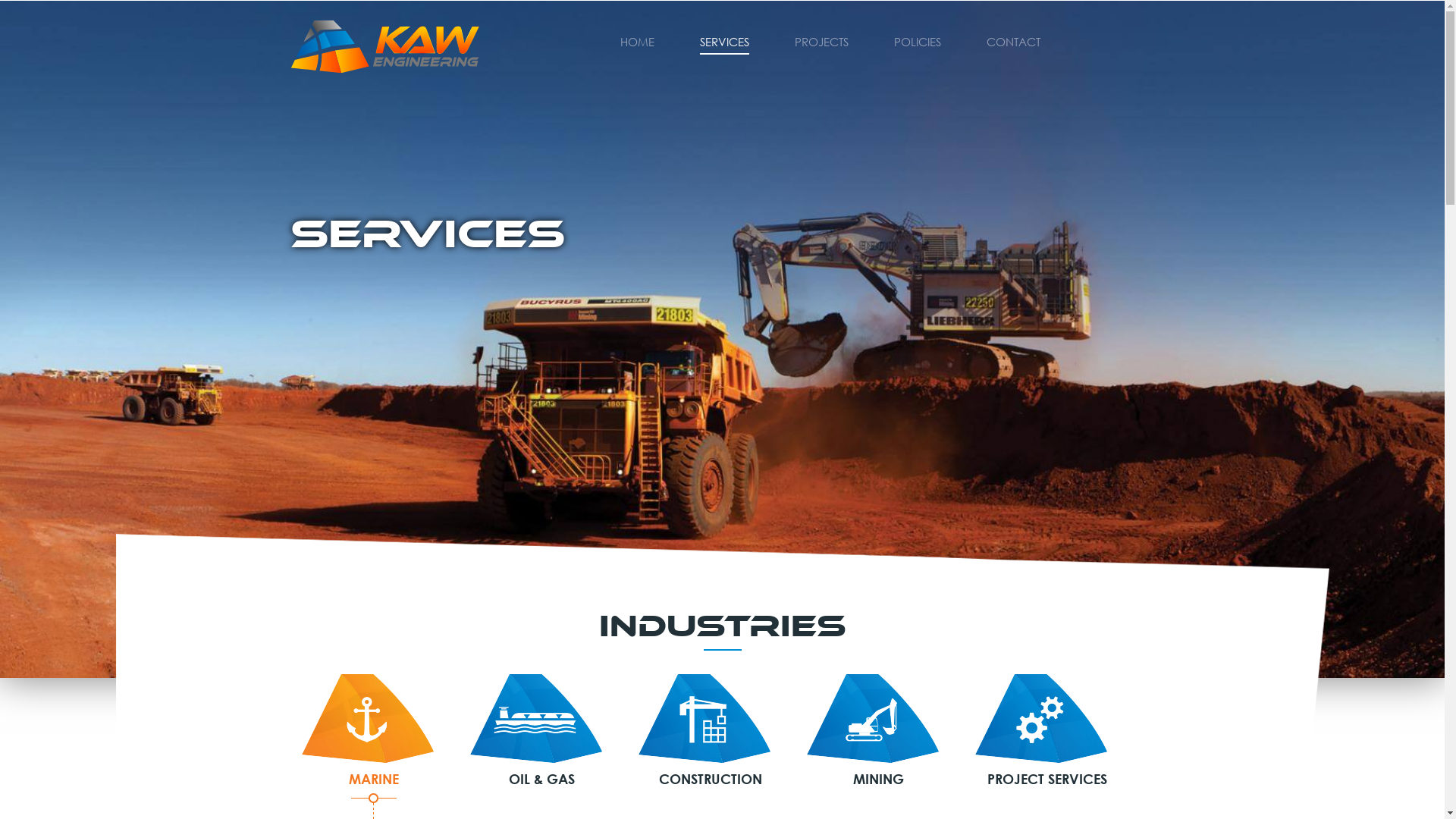 This screenshot has width=1456, height=819. I want to click on 'HOME', so click(620, 39).